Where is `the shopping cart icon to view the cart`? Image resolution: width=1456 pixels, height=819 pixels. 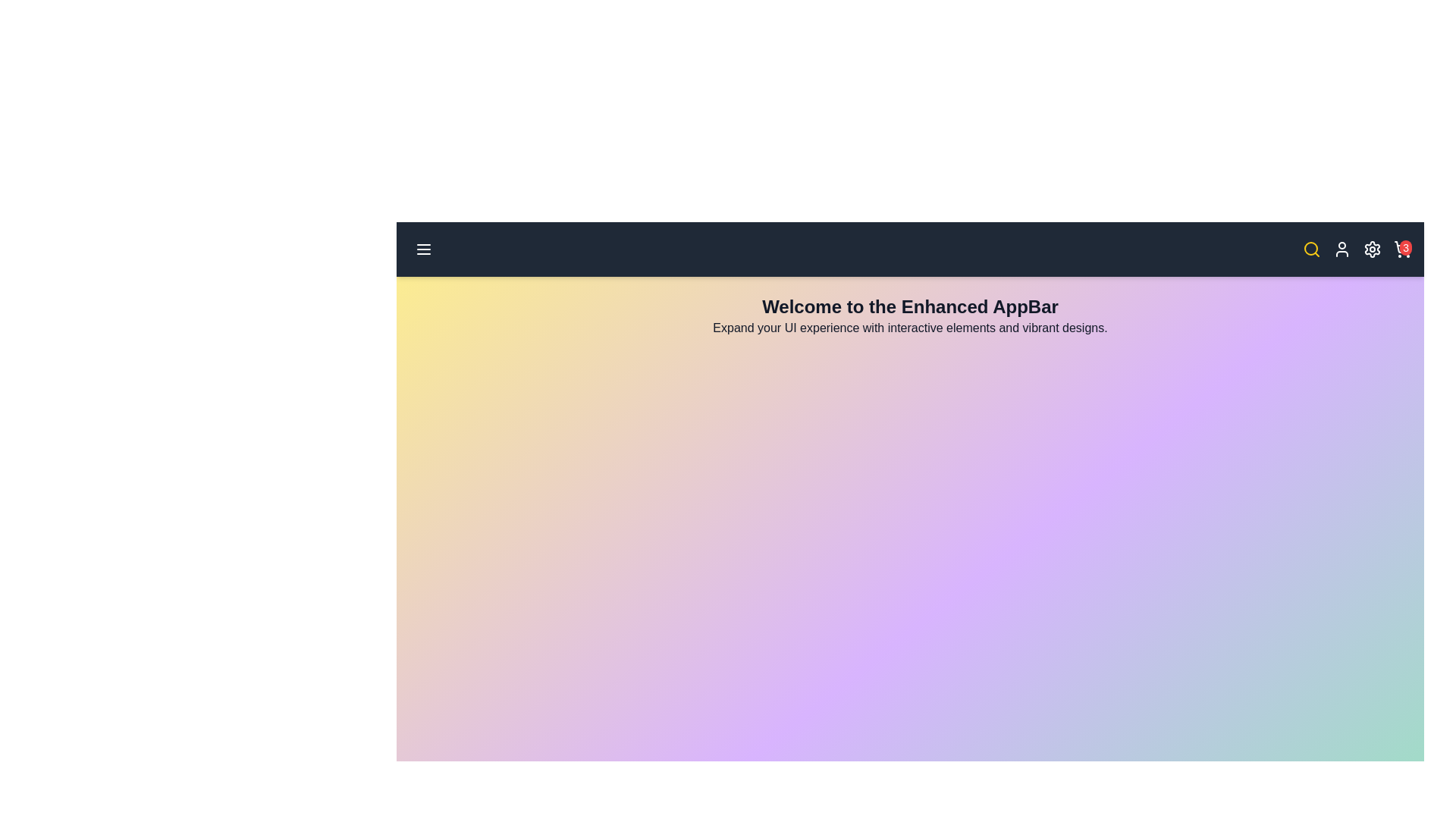 the shopping cart icon to view the cart is located at coordinates (1401, 248).